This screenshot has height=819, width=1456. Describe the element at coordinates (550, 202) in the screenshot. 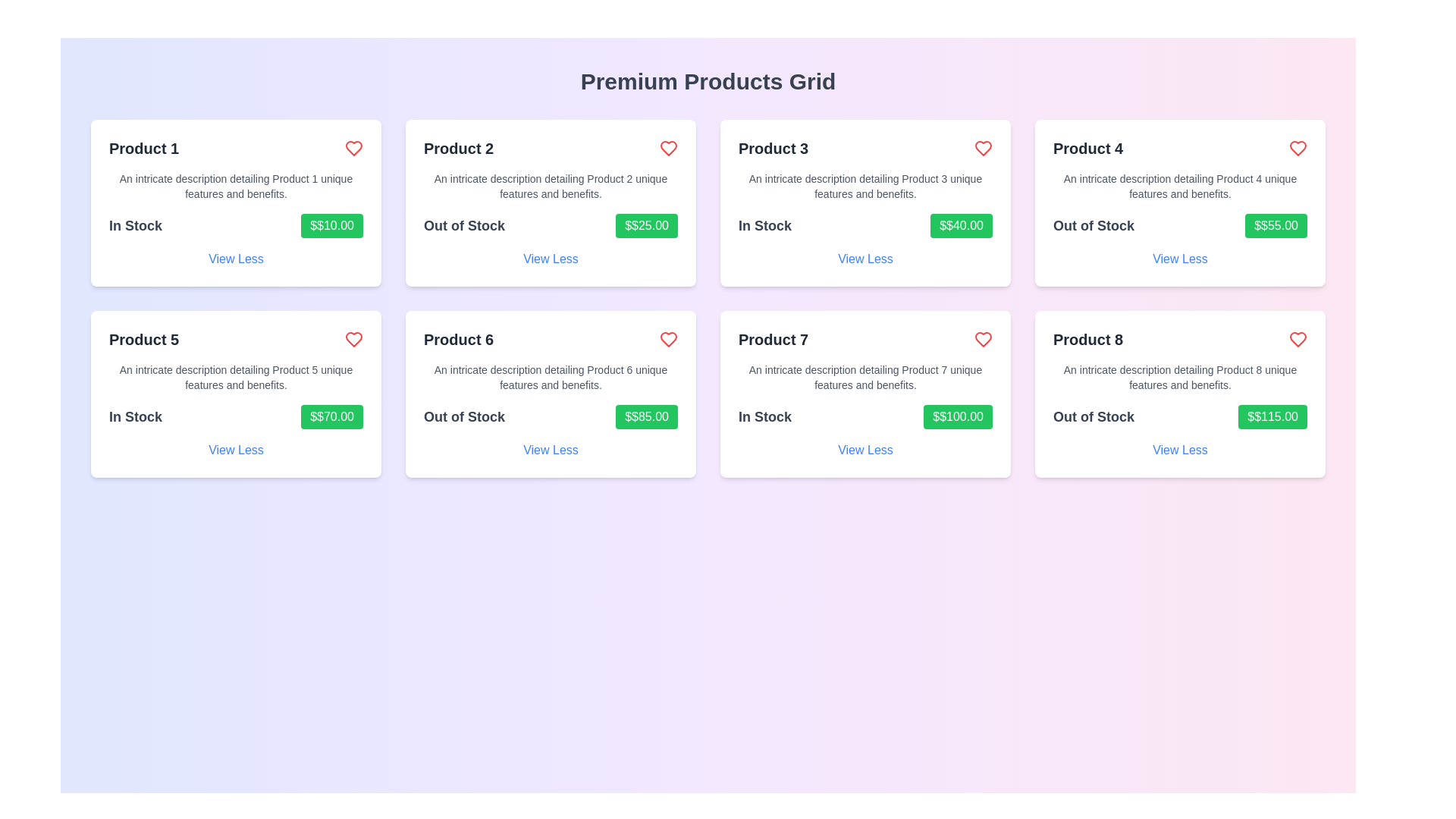

I see `the green price button displaying '$$25.00' on the Product card that has 'Product 2' and is located in the second position of the grid layout` at that location.